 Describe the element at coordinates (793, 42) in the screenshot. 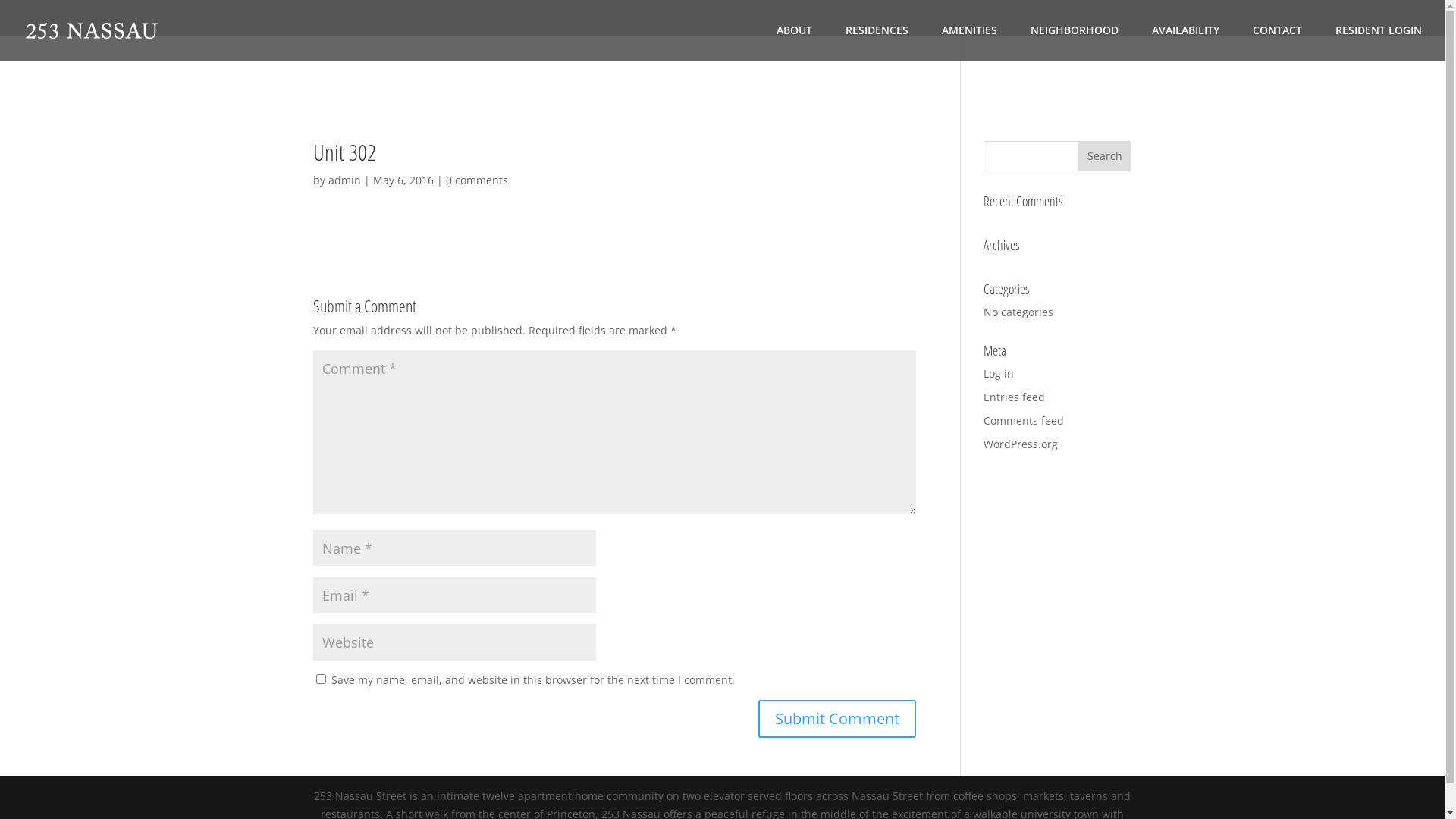

I see `'ABOUT'` at that location.